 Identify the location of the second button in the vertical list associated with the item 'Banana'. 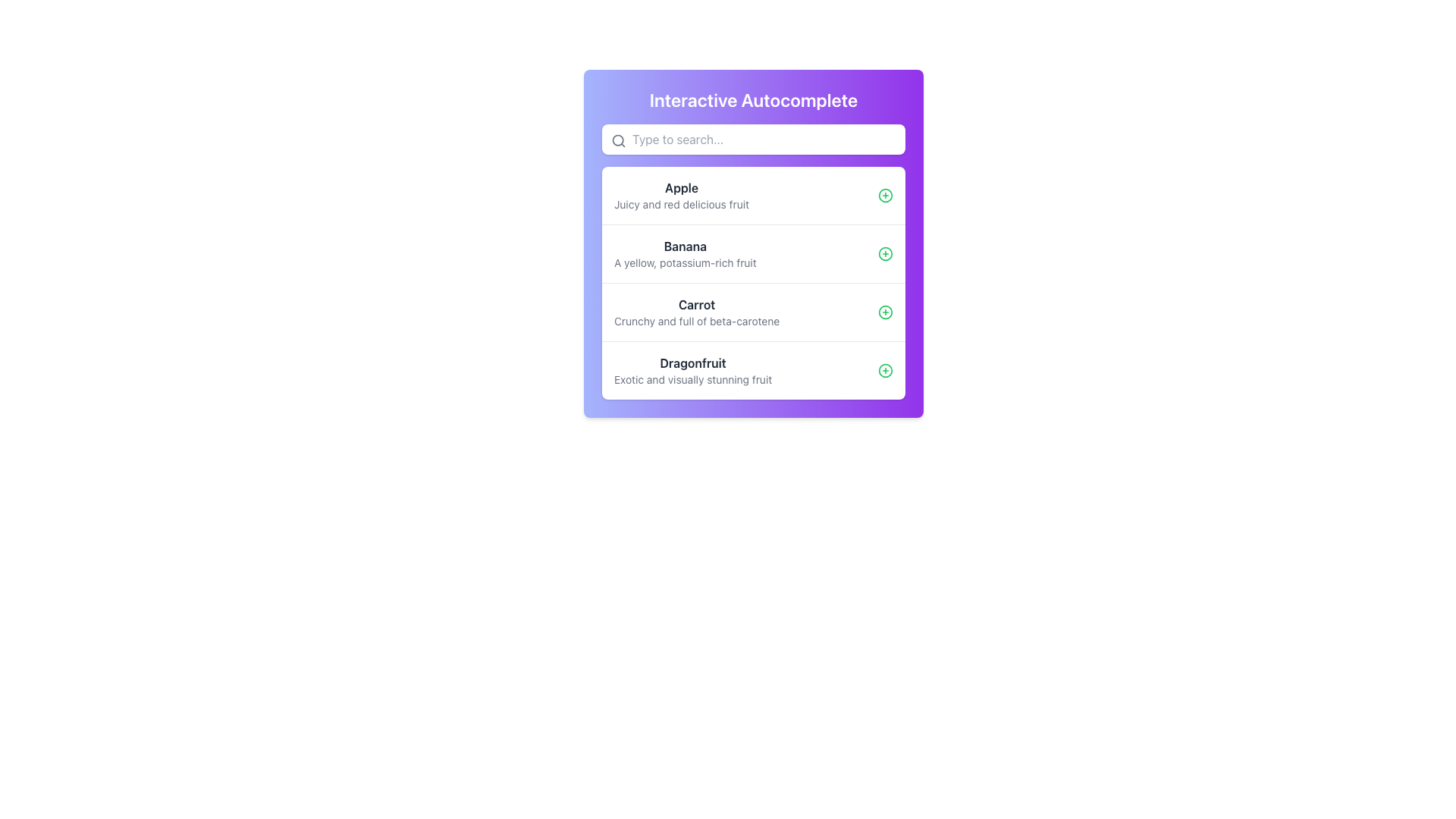
(885, 253).